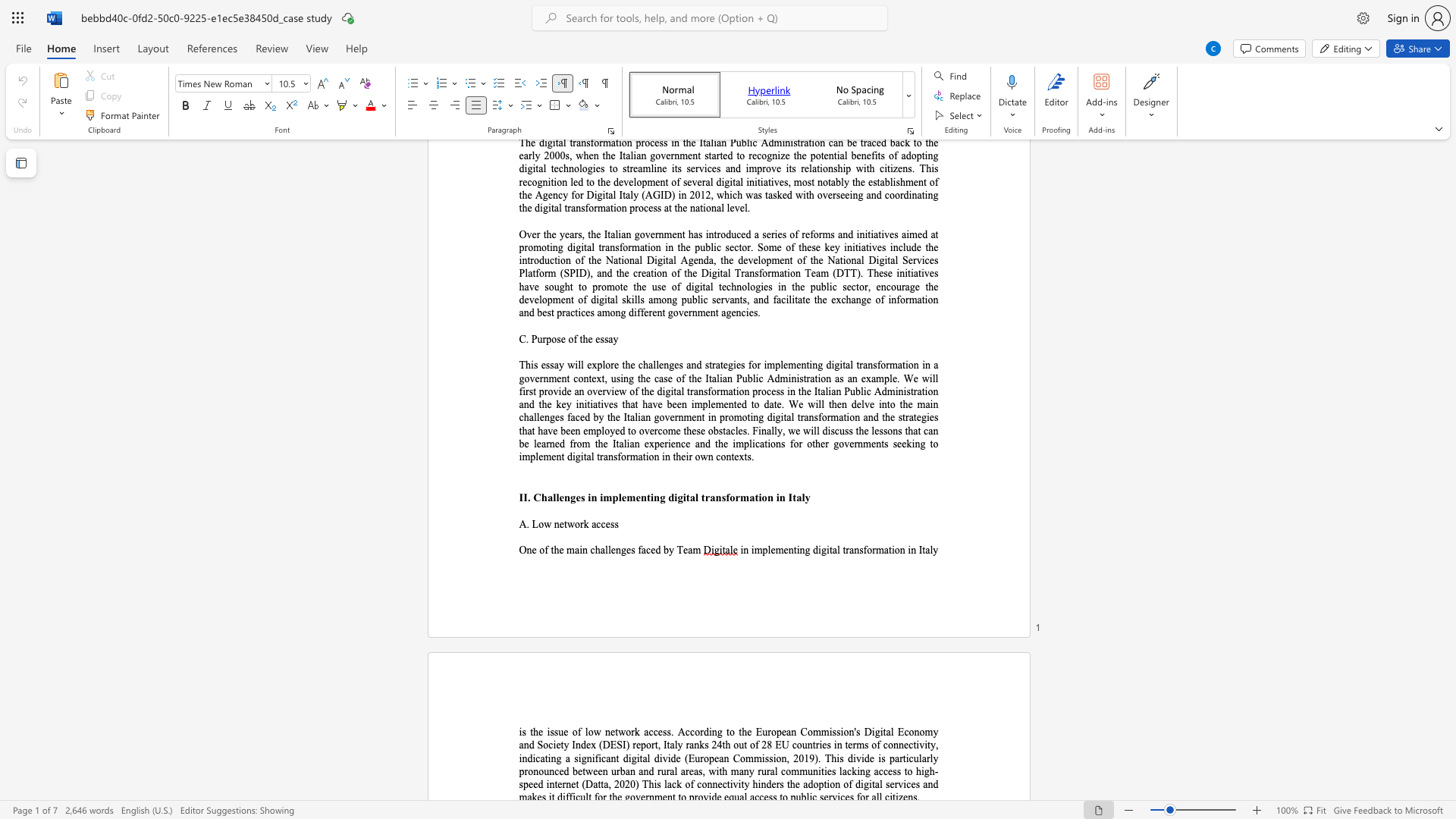 This screenshot has width=1456, height=819. What do you see at coordinates (902, 550) in the screenshot?
I see `the 5th character "n" in the text` at bounding box center [902, 550].